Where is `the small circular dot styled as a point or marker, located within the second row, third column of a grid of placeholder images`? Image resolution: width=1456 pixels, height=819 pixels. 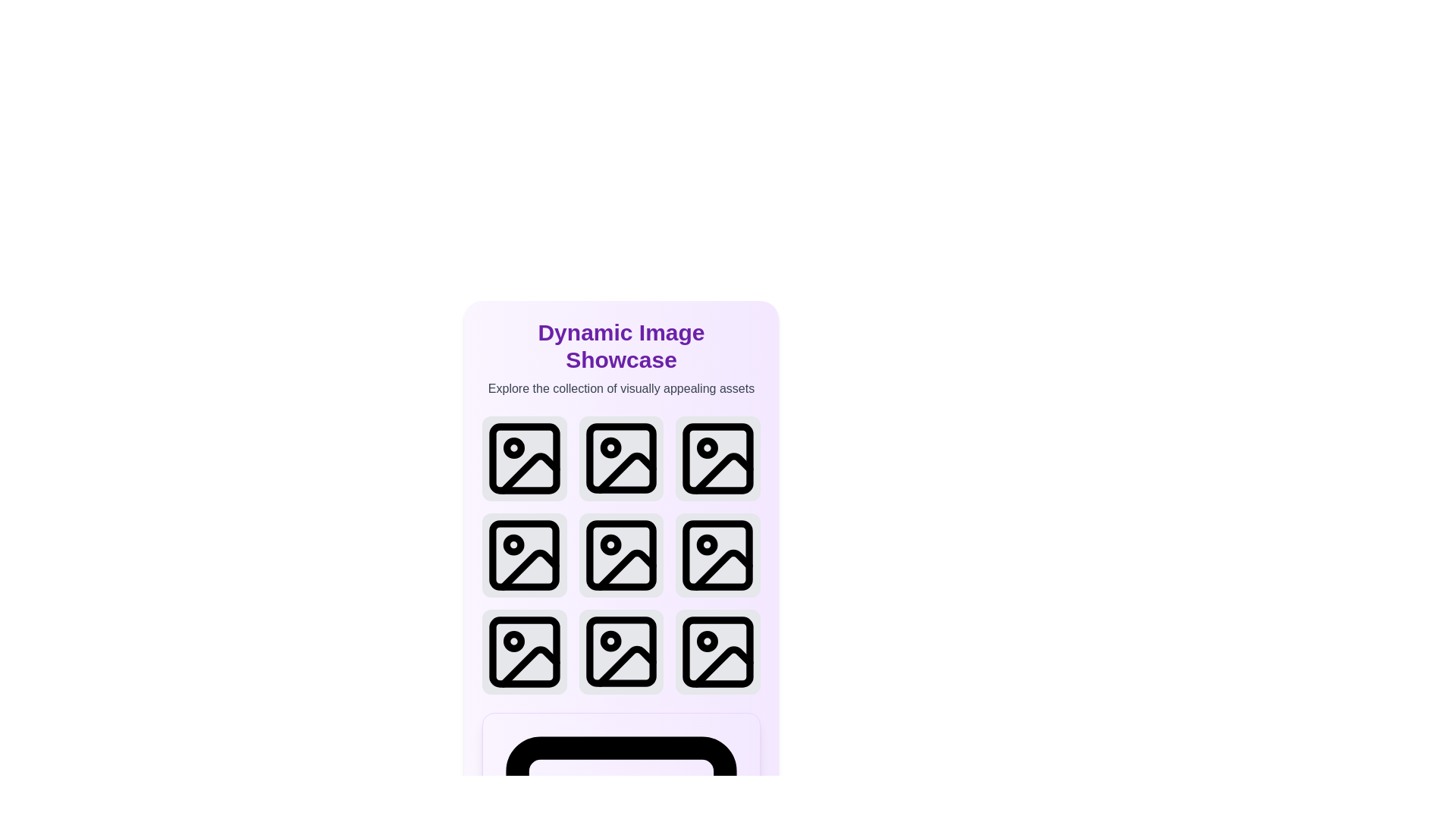
the small circular dot styled as a point or marker, located within the second row, third column of a grid of placeholder images is located at coordinates (707, 447).